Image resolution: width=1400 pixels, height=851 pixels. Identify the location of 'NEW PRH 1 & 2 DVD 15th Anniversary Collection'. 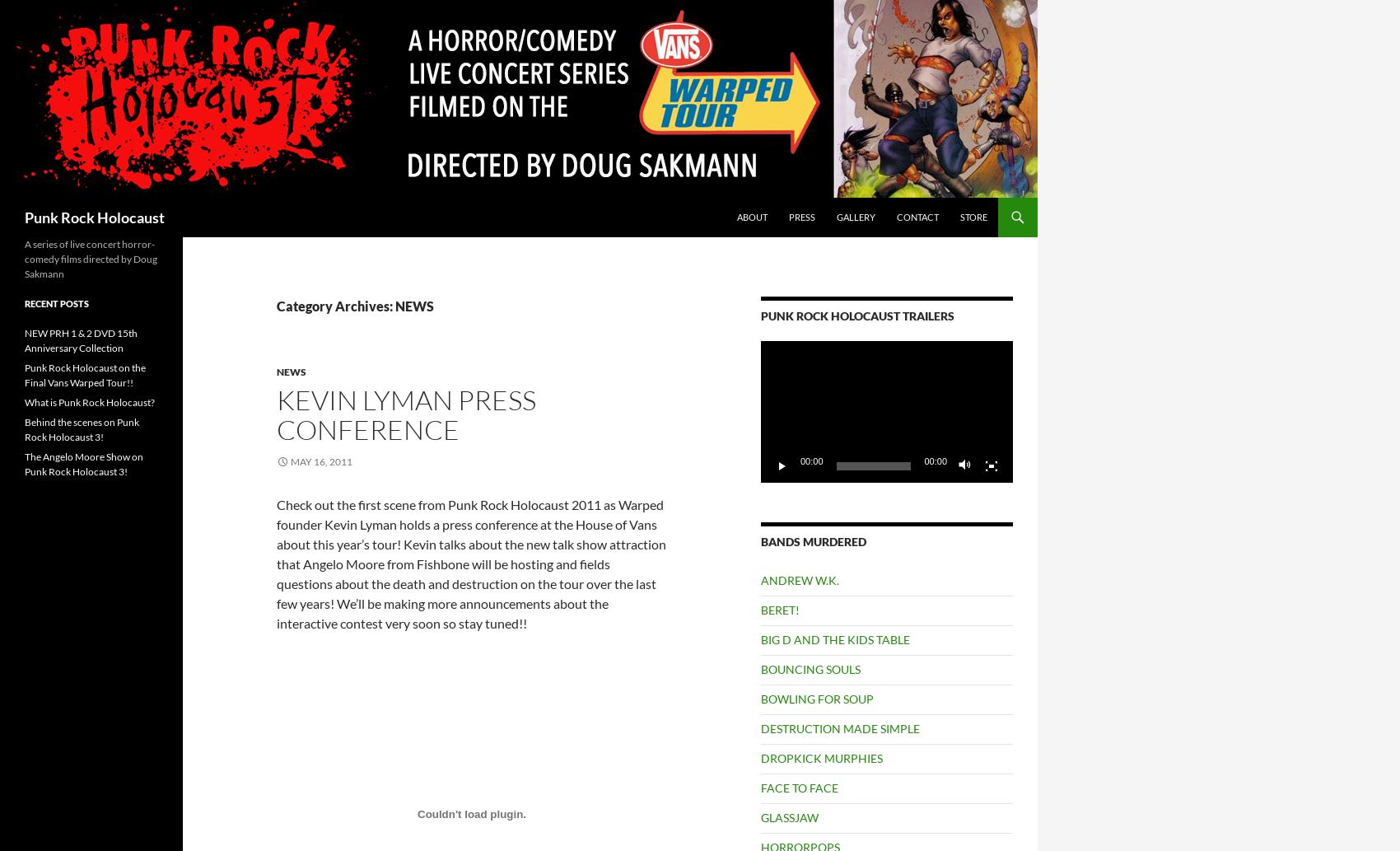
(81, 340).